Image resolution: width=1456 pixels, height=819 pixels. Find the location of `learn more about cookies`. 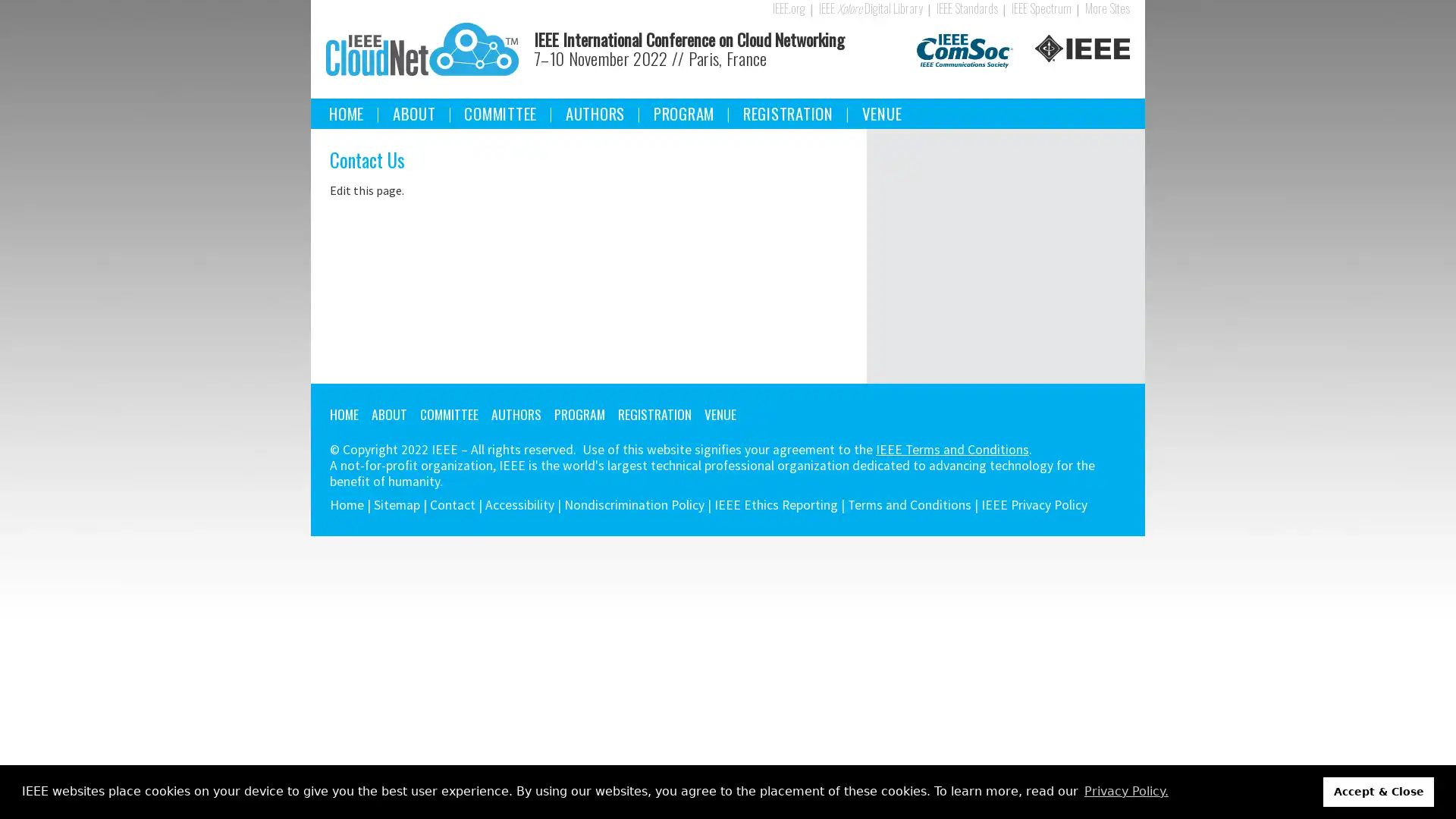

learn more about cookies is located at coordinates (1125, 791).